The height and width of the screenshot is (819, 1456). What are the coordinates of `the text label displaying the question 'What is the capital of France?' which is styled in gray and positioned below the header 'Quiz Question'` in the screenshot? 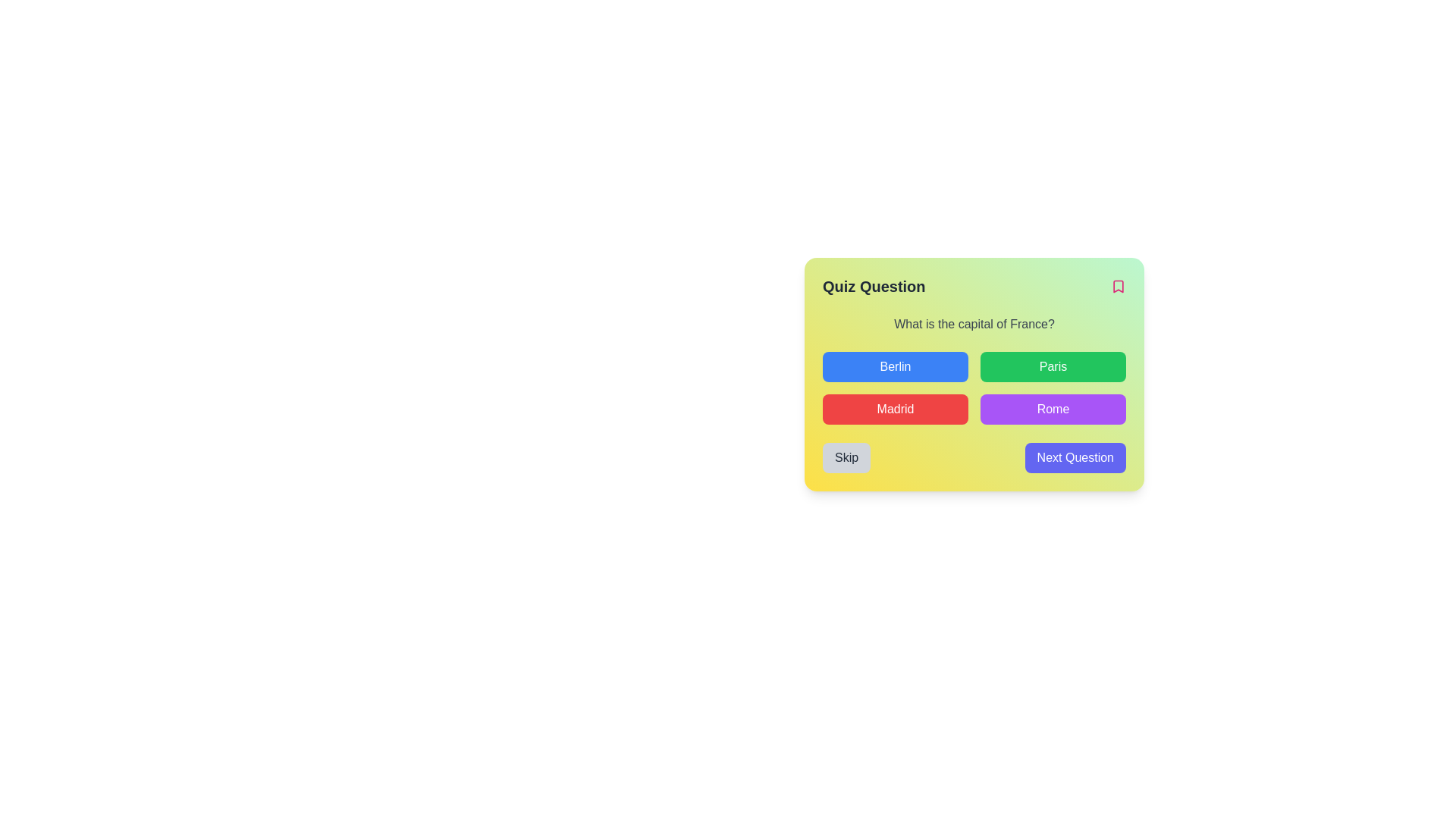 It's located at (974, 324).